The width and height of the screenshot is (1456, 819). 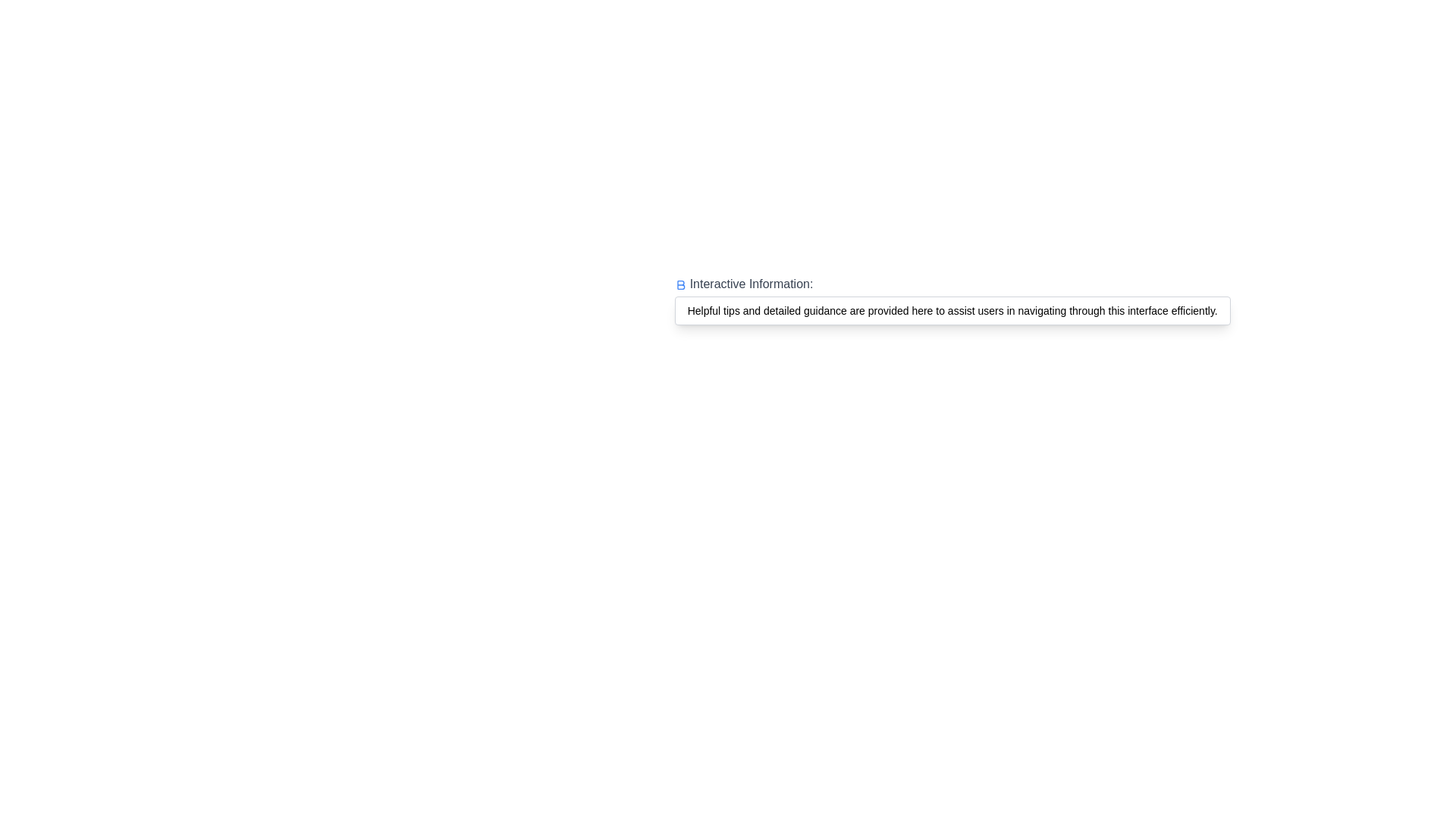 I want to click on the blue vector graphic icon located to the left of the 'Interactive Information' text, so click(x=679, y=284).